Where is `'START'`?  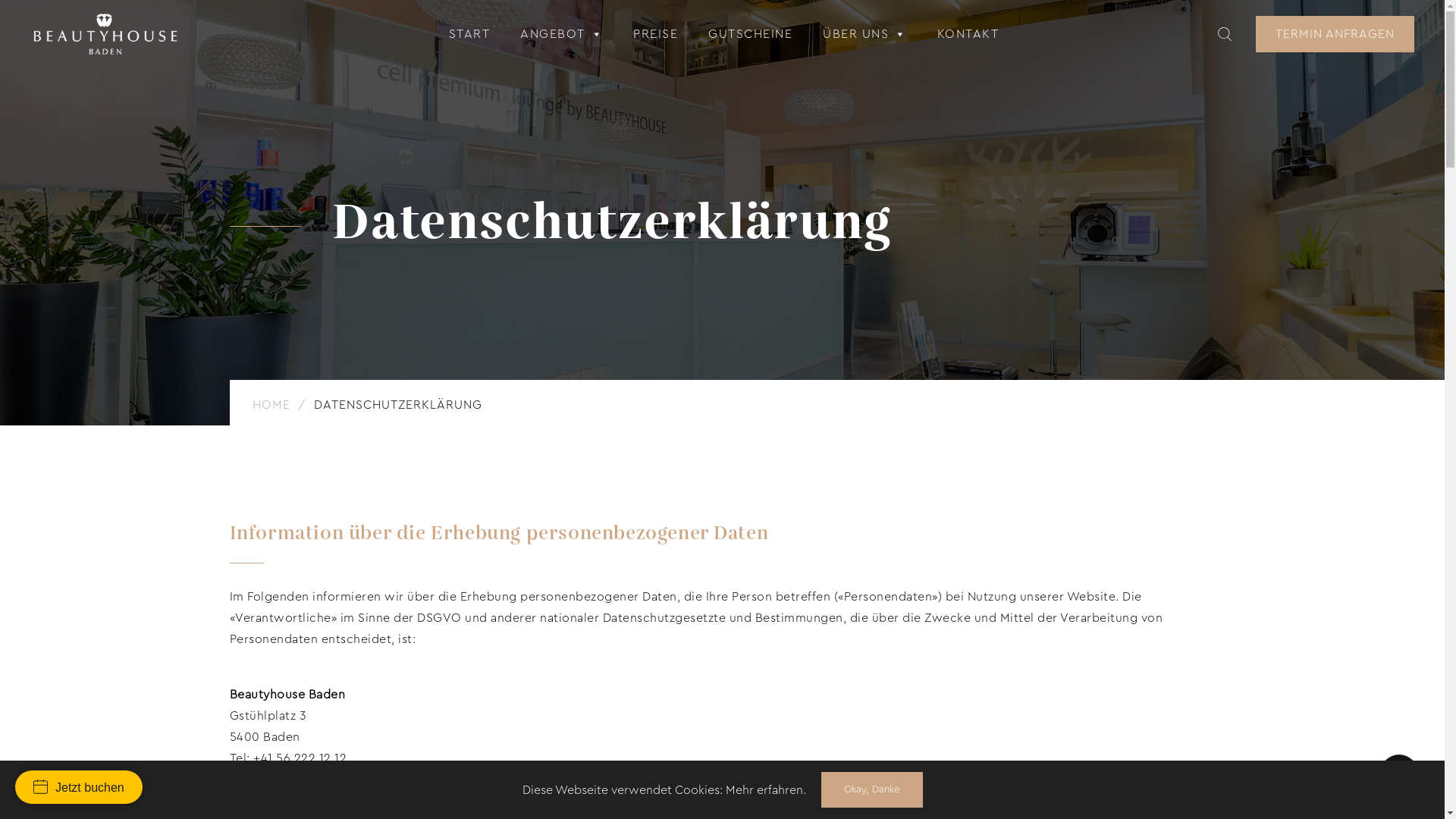
'START' is located at coordinates (469, 34).